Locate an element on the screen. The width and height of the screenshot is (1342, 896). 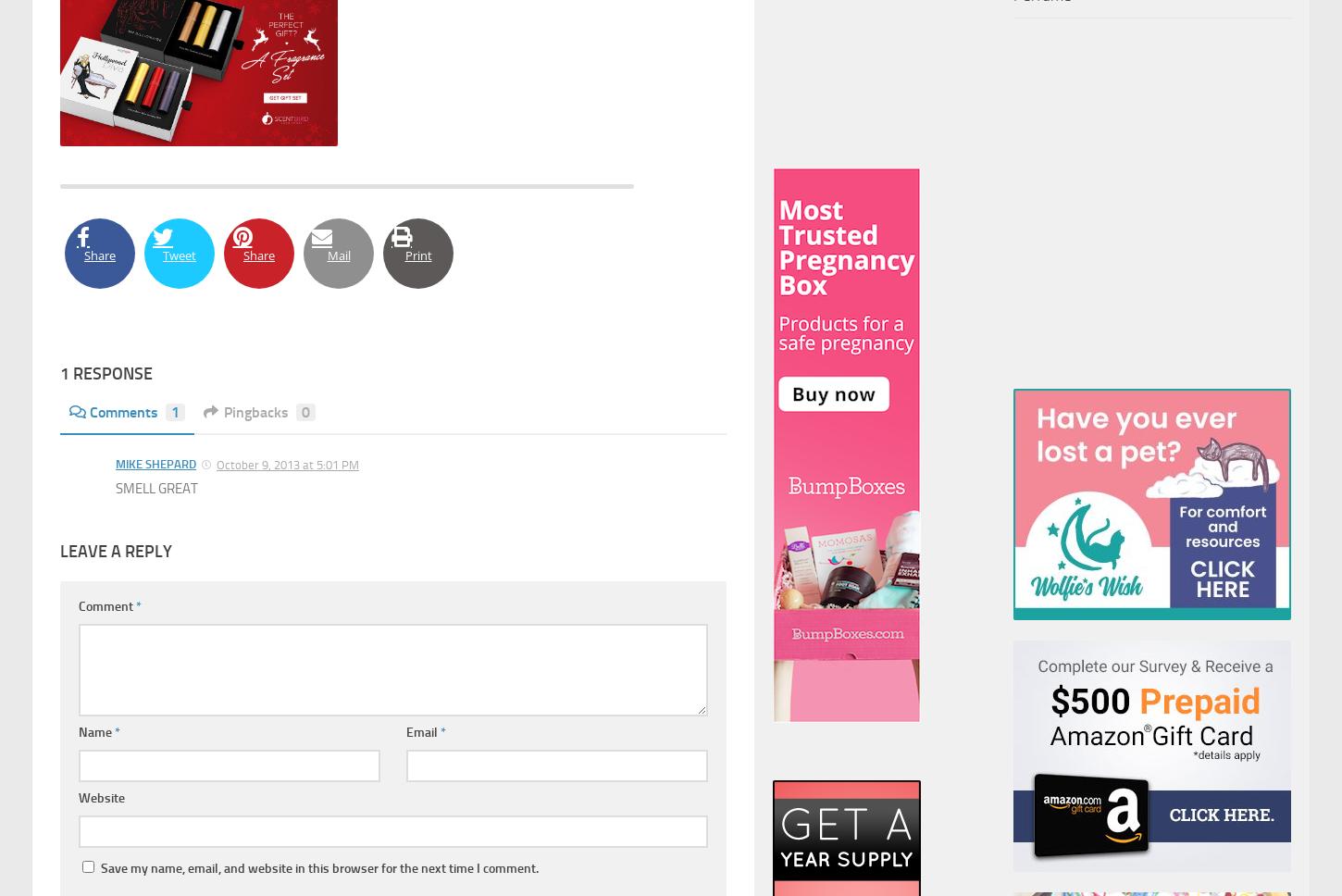
'Pingbacks' is located at coordinates (255, 411).